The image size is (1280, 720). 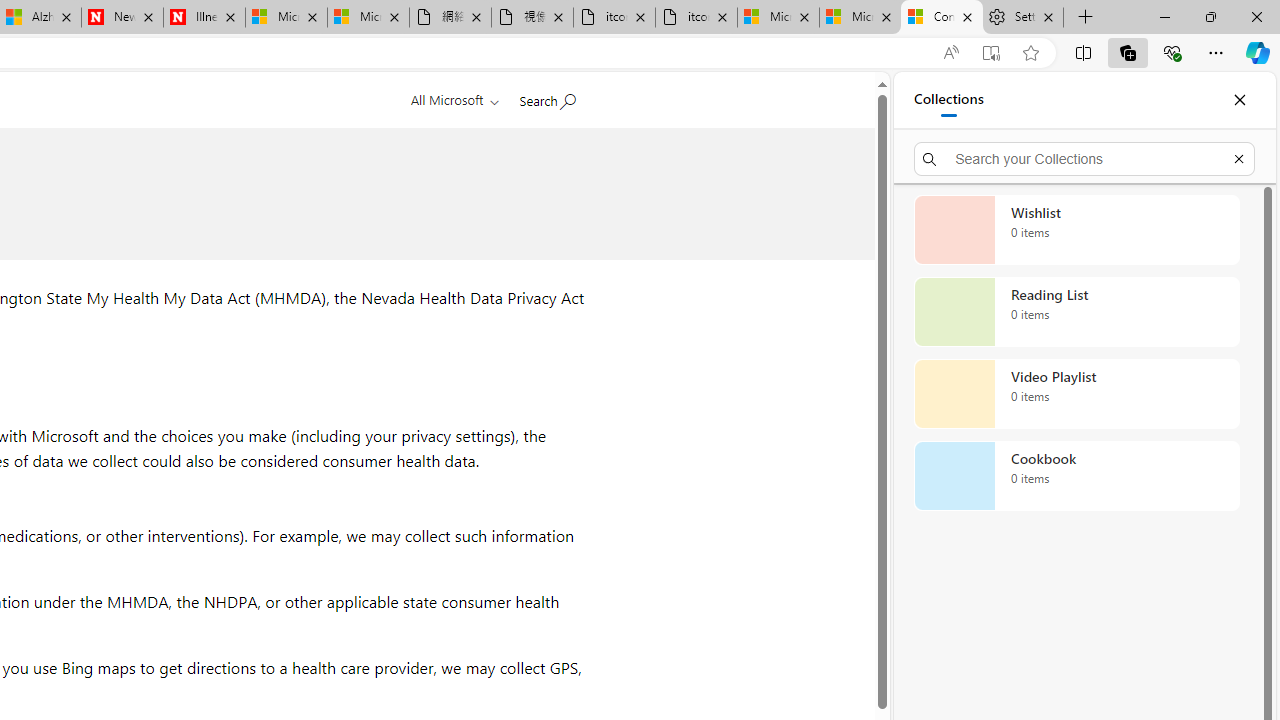 I want to click on 'Newsweek - News, Analysis, Politics, Business, Technology', so click(x=121, y=17).